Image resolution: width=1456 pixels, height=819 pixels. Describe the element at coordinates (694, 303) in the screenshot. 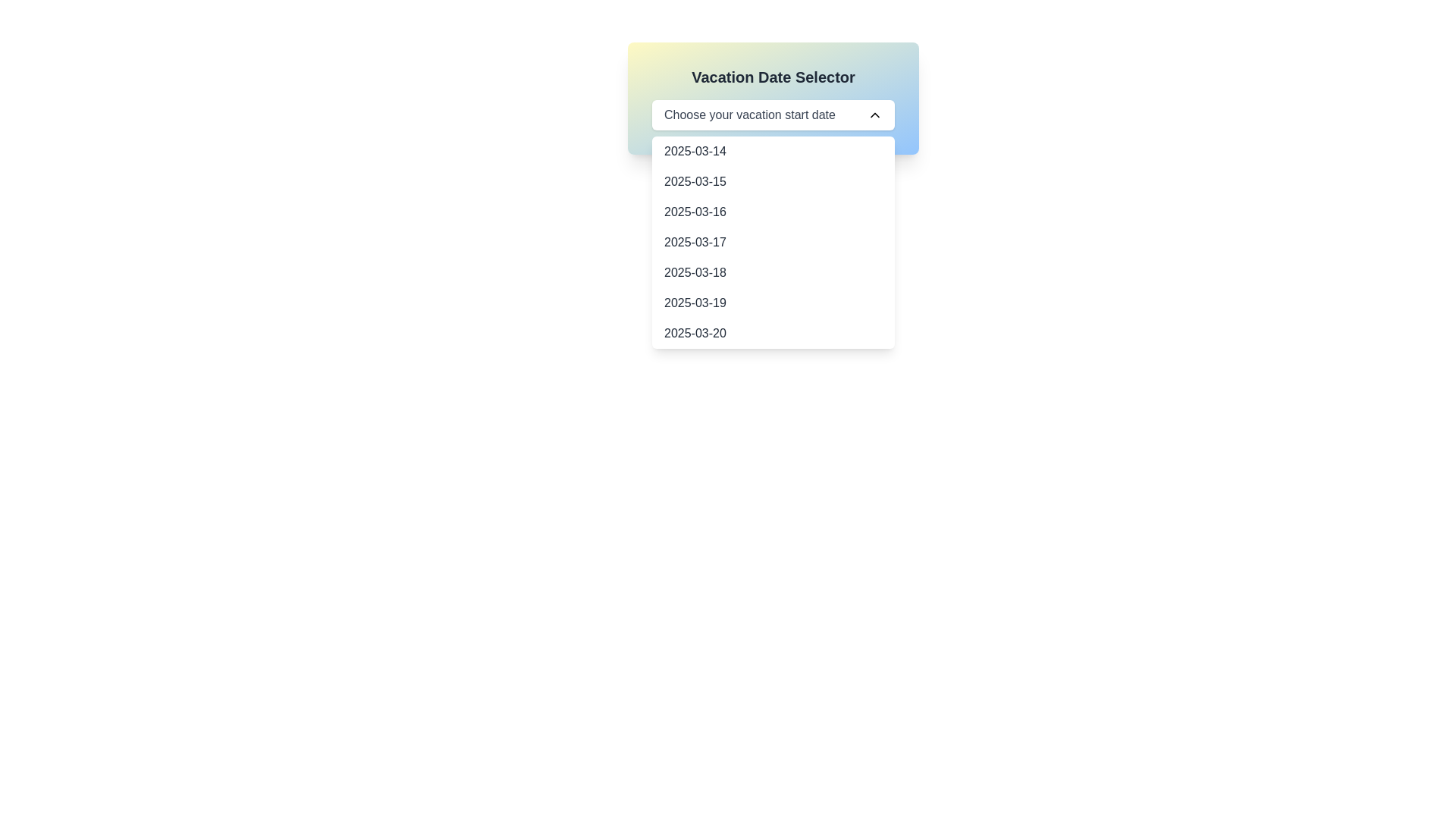

I see `the sixth date option in the 'Vacation Date Selector' dropdown list` at that location.